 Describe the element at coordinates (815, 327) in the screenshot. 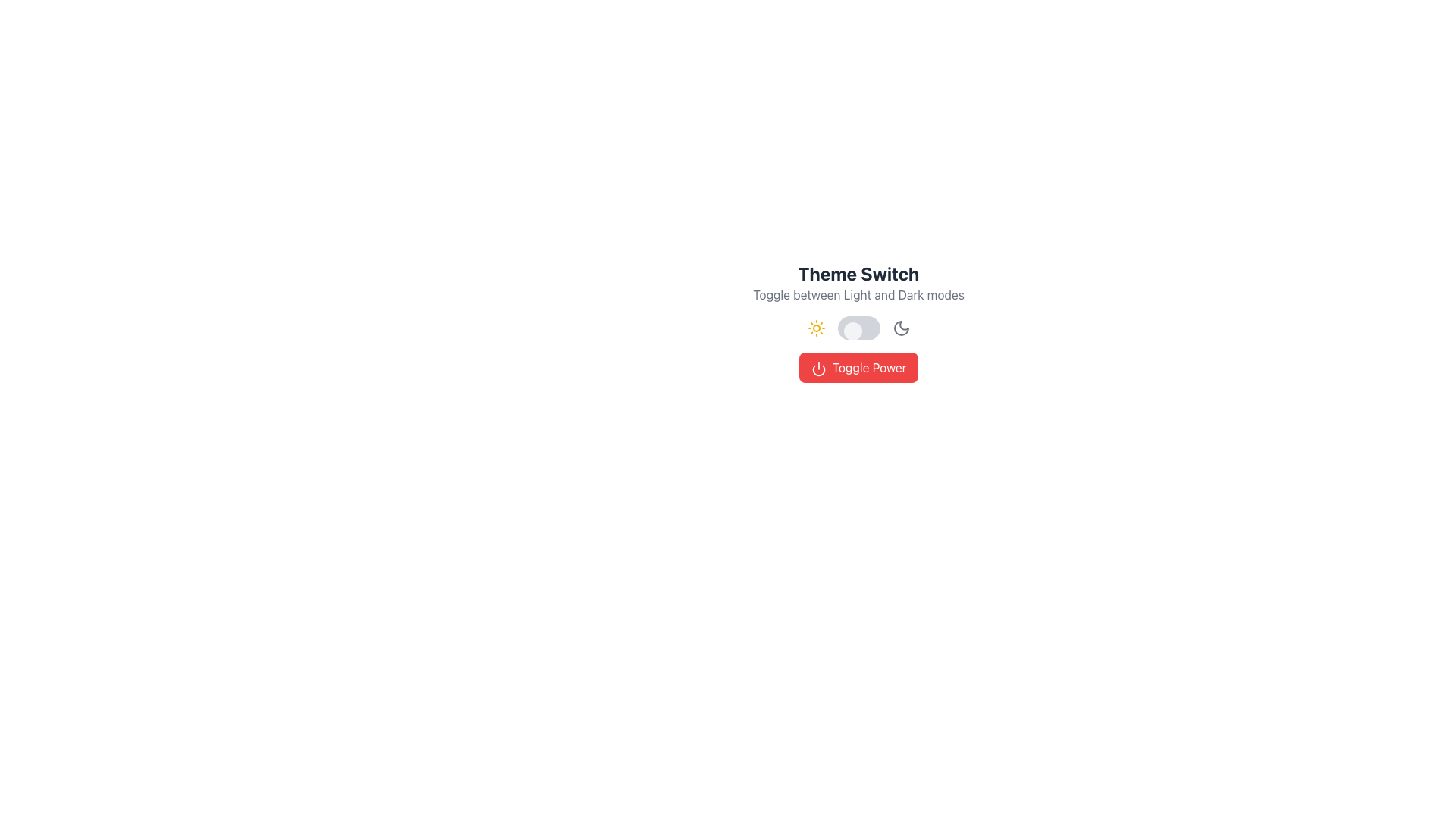

I see `the light theme activation icon located to the left of the toggle switch and above the 'Toggle Power' button` at that location.